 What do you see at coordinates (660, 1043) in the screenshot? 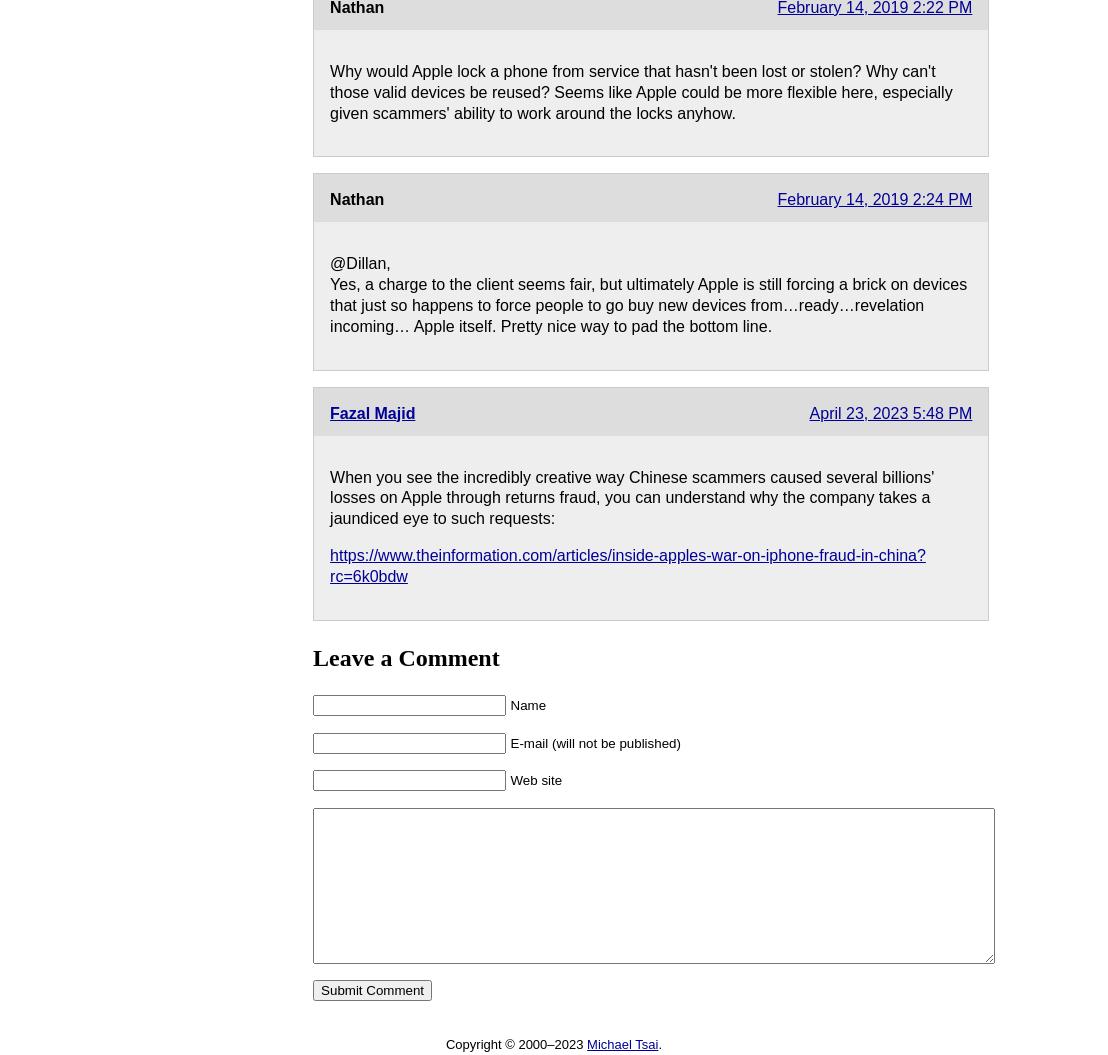
I see `'.'` at bounding box center [660, 1043].